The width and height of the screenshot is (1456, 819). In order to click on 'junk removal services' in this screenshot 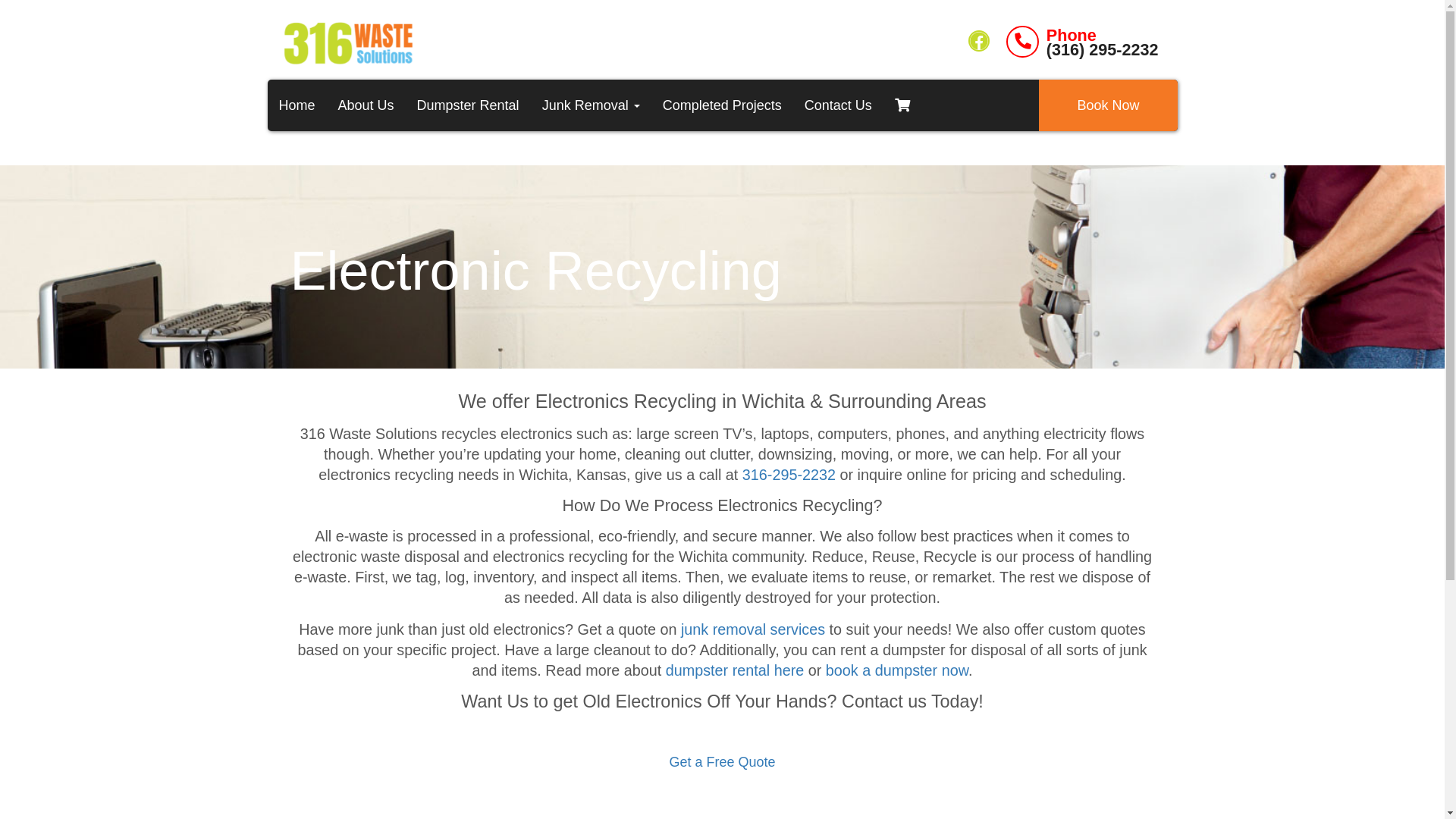, I will do `click(753, 629)`.